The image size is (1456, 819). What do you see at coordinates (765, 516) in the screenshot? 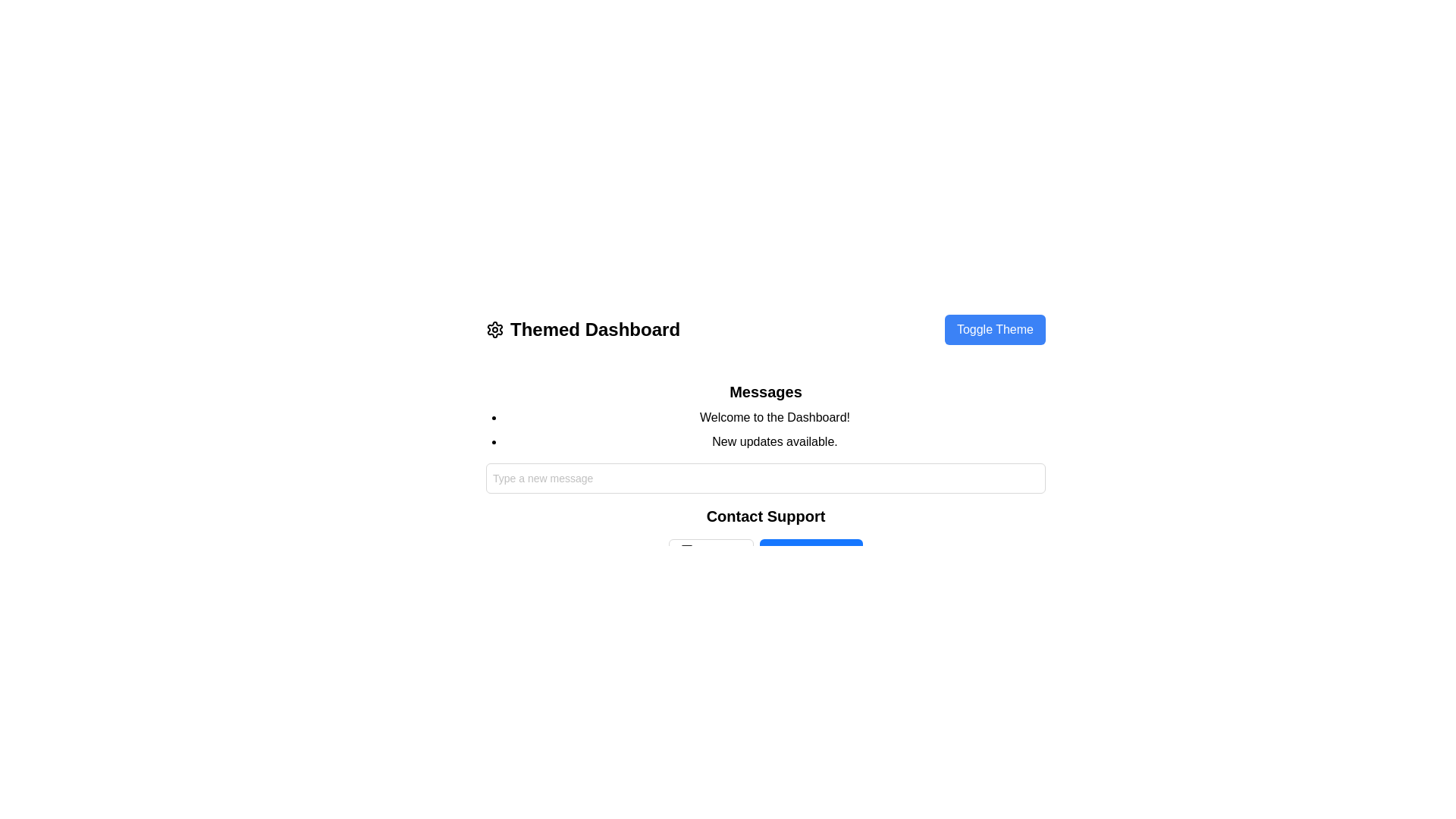
I see `the 'Contact Support' text label, which is a bold and prominent label positioned above the options 'Email Us' and 'Visit Help Center.'` at bounding box center [765, 516].